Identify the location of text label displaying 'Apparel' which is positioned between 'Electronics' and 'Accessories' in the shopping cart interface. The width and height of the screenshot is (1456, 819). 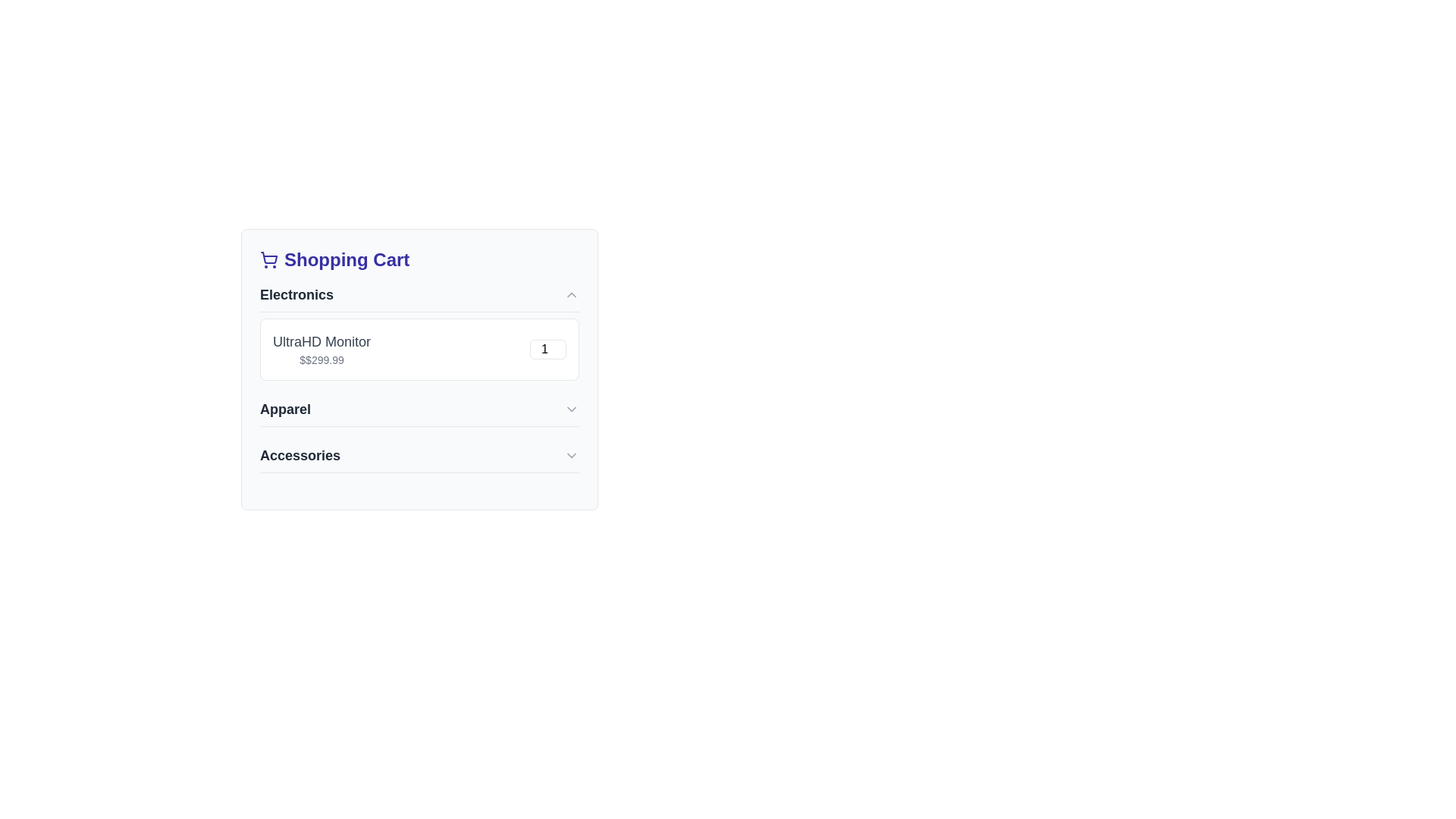
(285, 409).